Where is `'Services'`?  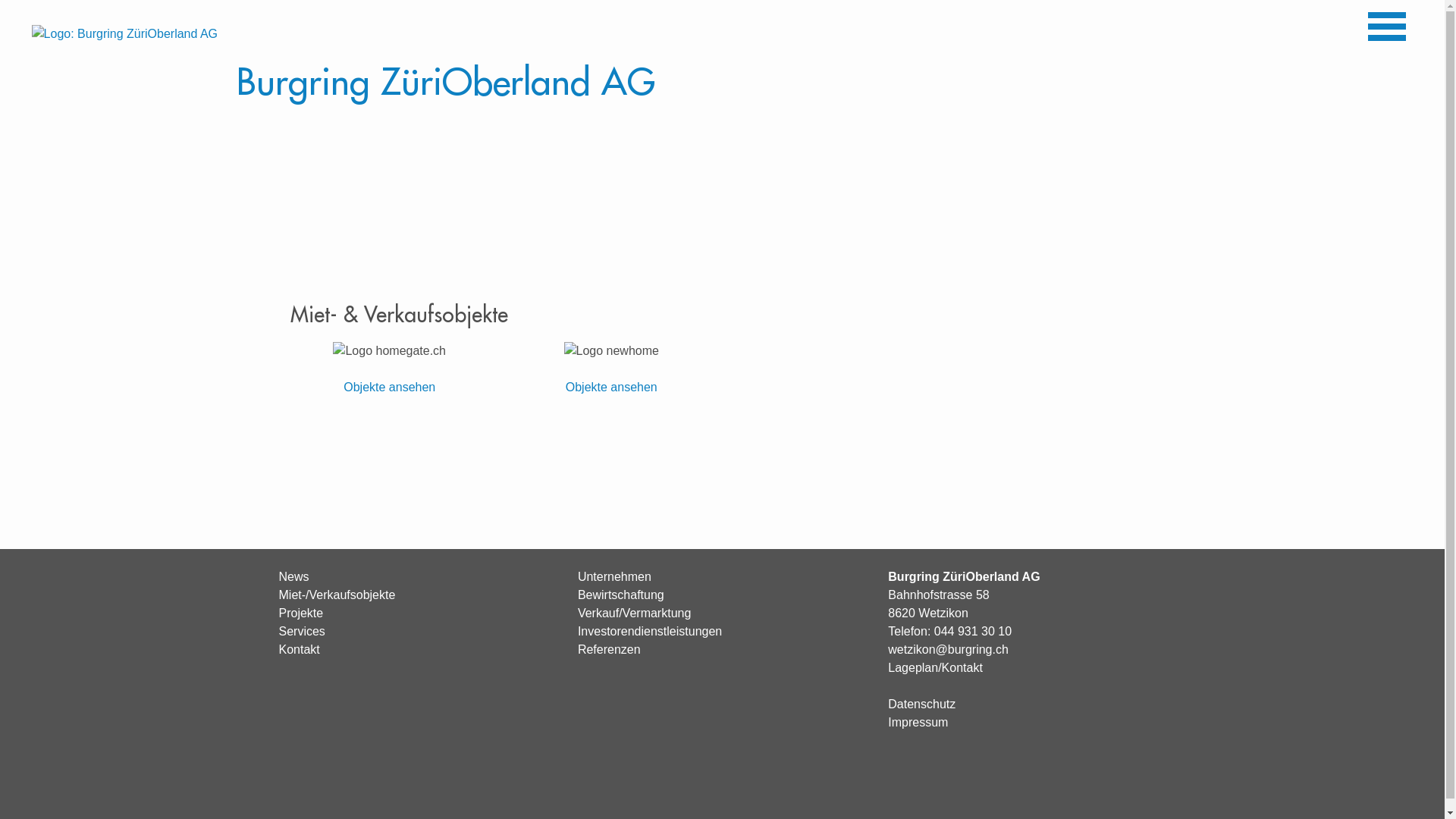
'Services' is located at coordinates (302, 631).